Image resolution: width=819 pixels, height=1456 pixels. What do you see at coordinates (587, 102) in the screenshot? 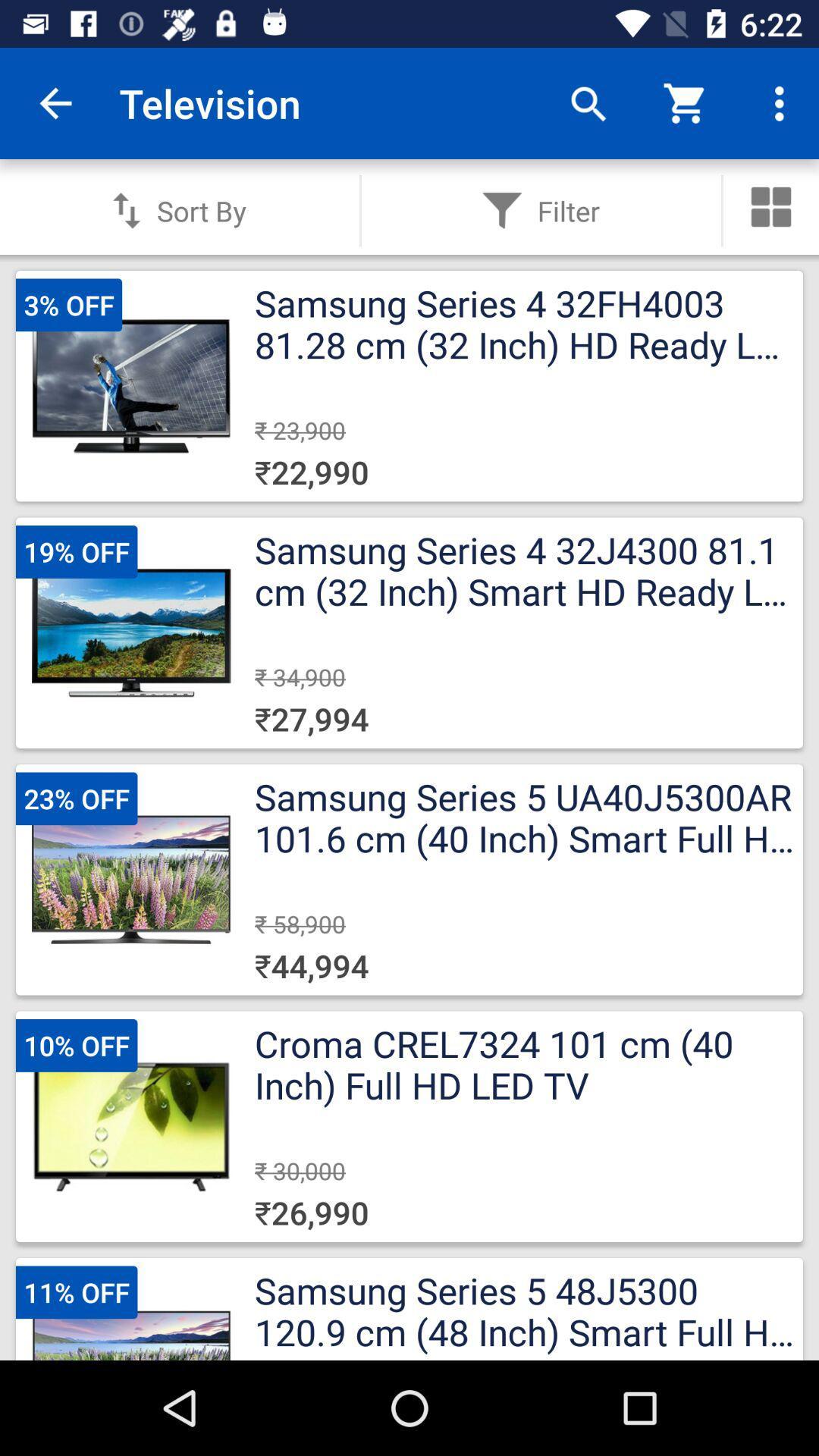
I see `app next to the television app` at bounding box center [587, 102].